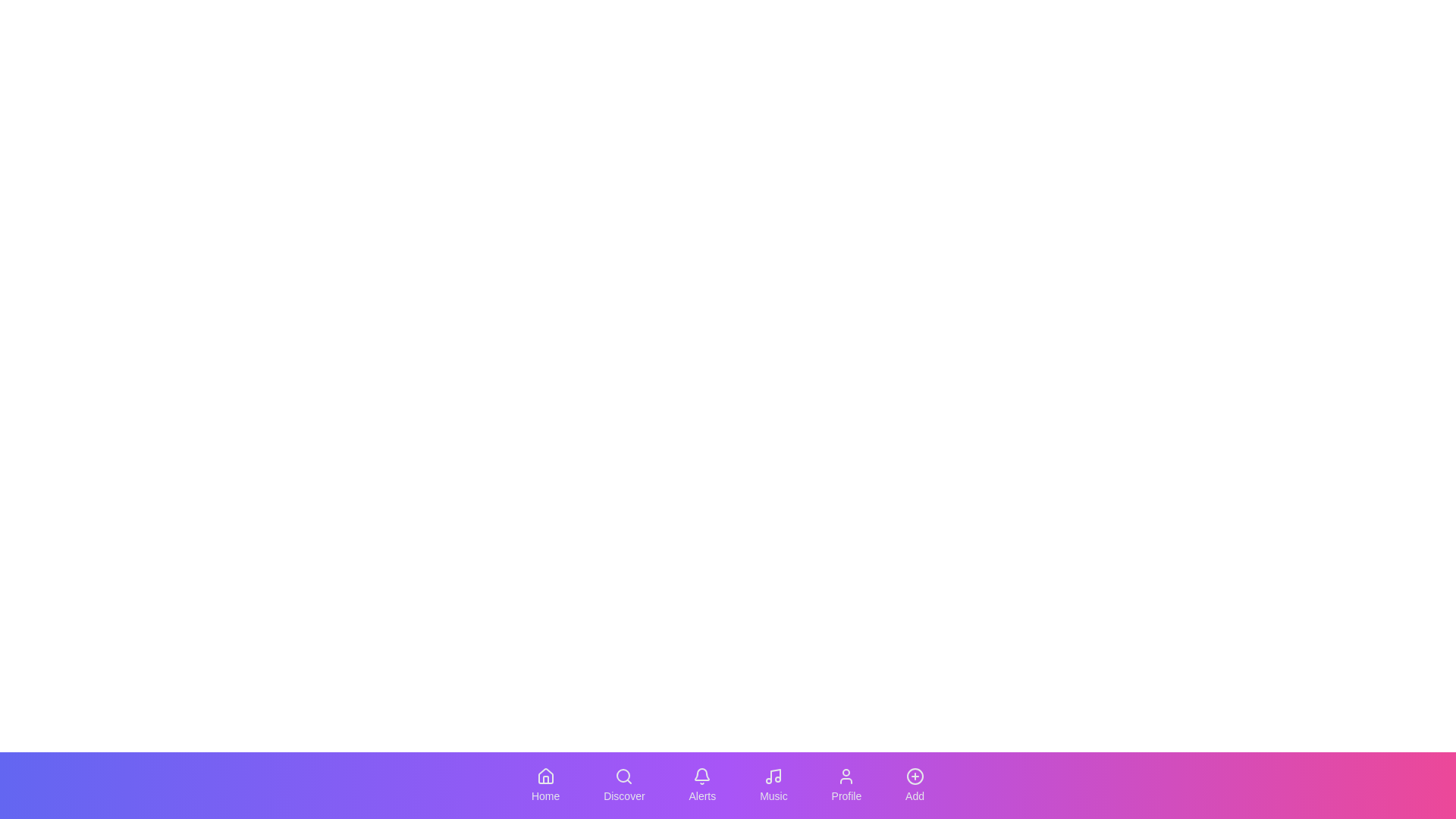 The width and height of the screenshot is (1456, 819). Describe the element at coordinates (545, 785) in the screenshot. I see `the navigation button corresponding to Home` at that location.